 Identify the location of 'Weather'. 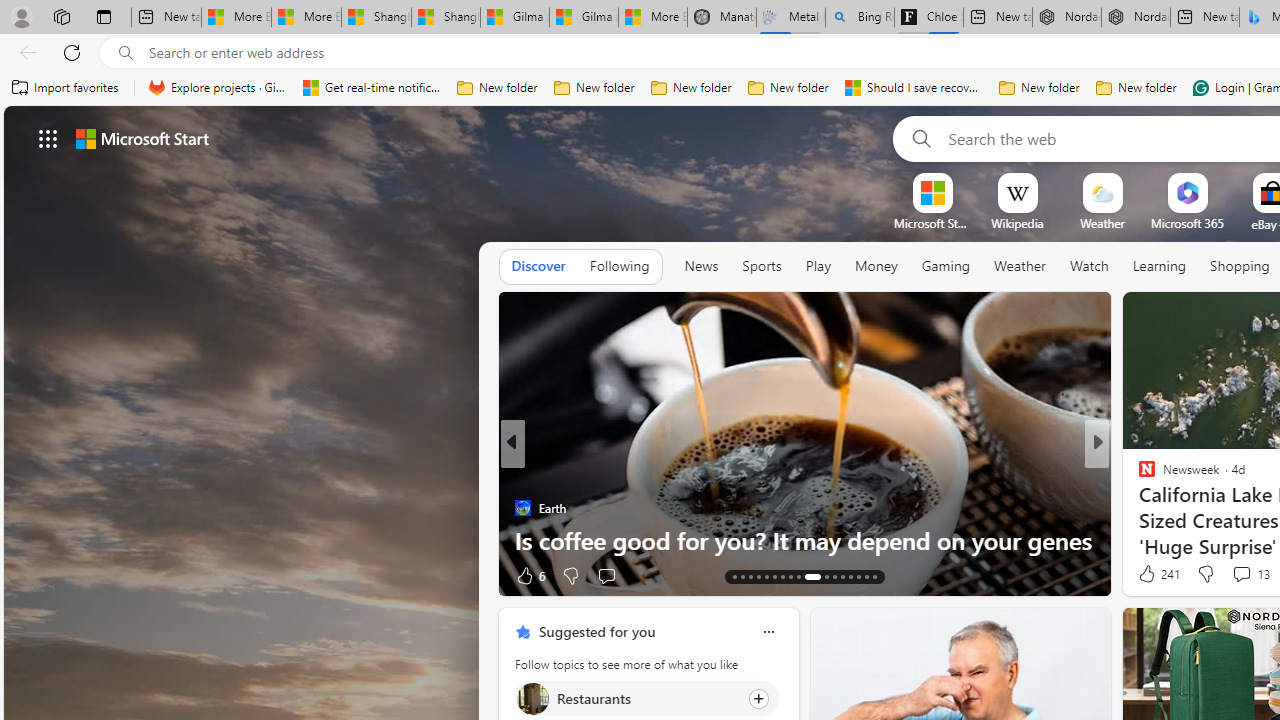
(1020, 266).